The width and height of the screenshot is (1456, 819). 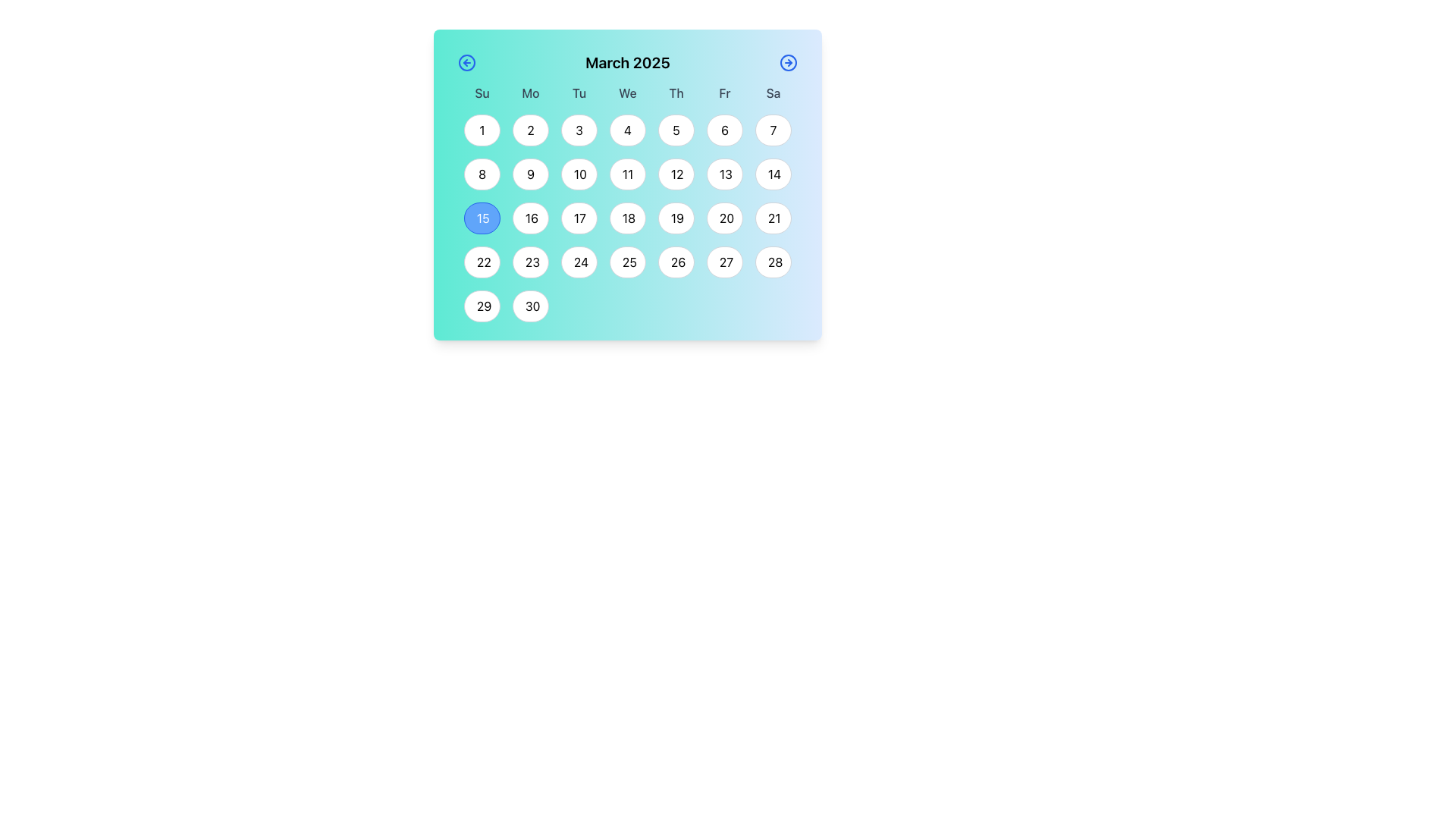 I want to click on the calendar day button representing the date '18', so click(x=628, y=218).